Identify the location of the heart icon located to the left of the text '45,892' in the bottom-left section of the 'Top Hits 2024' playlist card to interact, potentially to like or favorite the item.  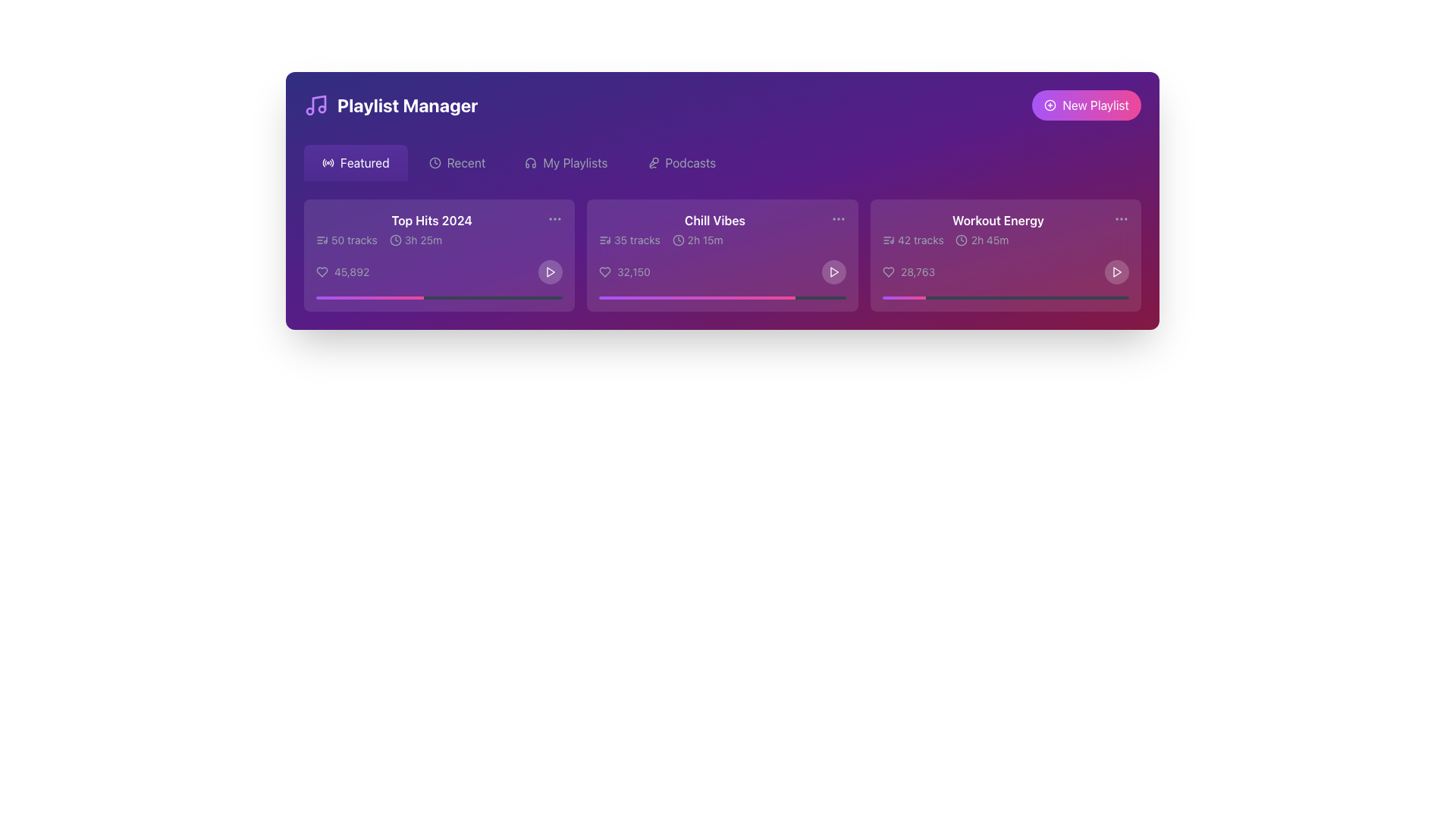
(322, 271).